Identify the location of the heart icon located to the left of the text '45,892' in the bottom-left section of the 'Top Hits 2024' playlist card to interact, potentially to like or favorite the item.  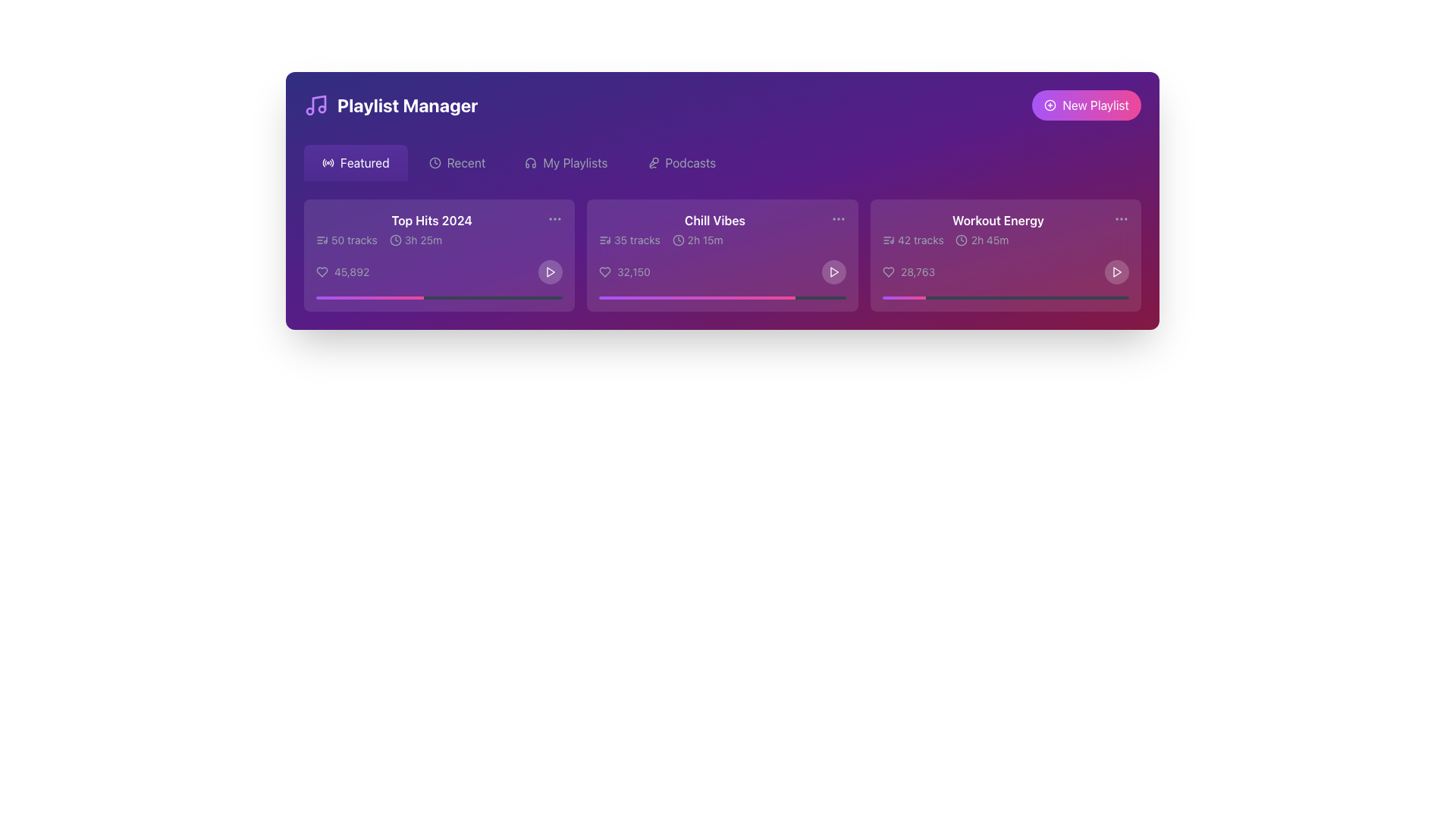
(322, 271).